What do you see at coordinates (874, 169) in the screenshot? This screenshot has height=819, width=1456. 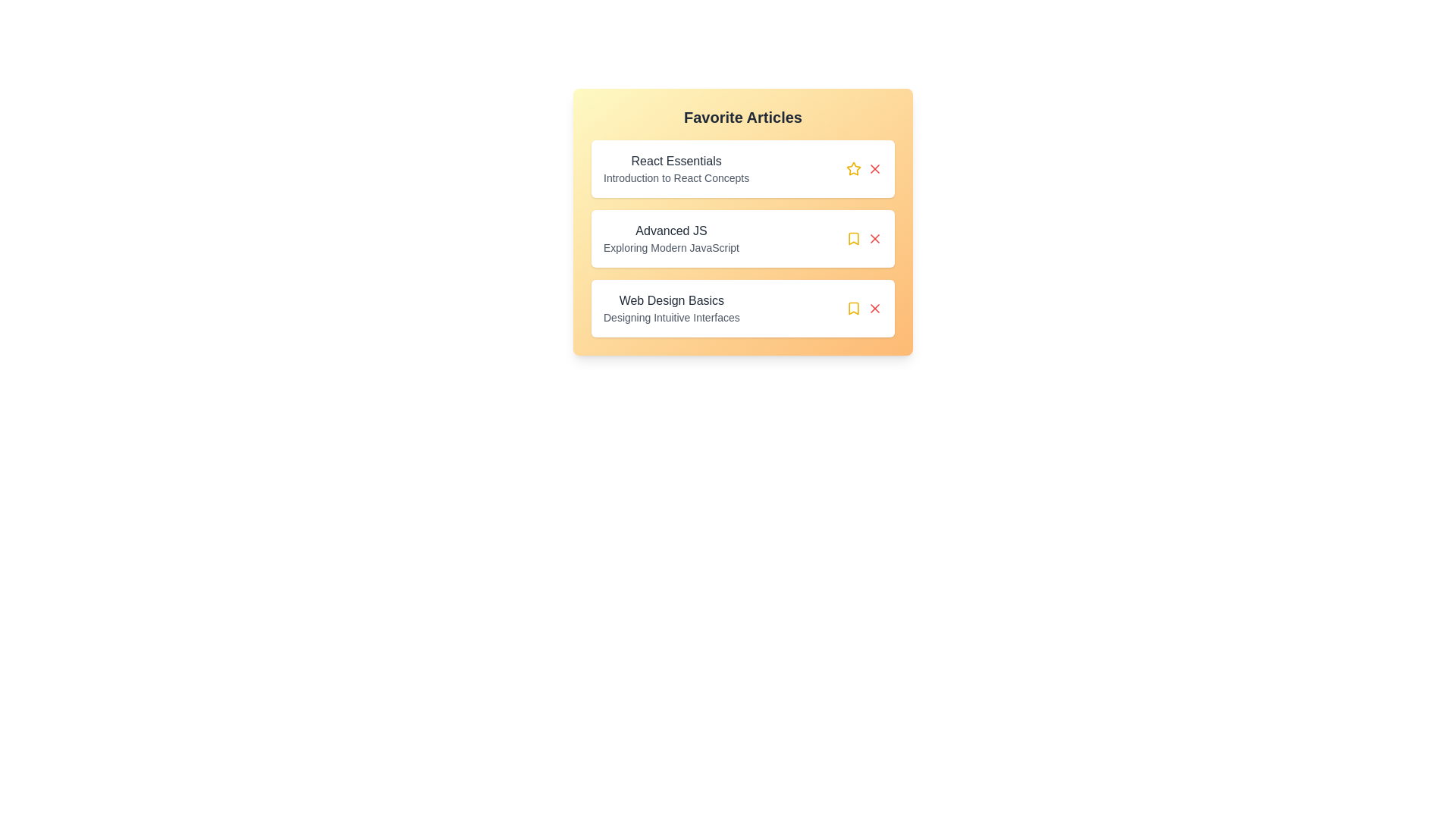 I see `the remove button for the article titled 'React Essentials'` at bounding box center [874, 169].